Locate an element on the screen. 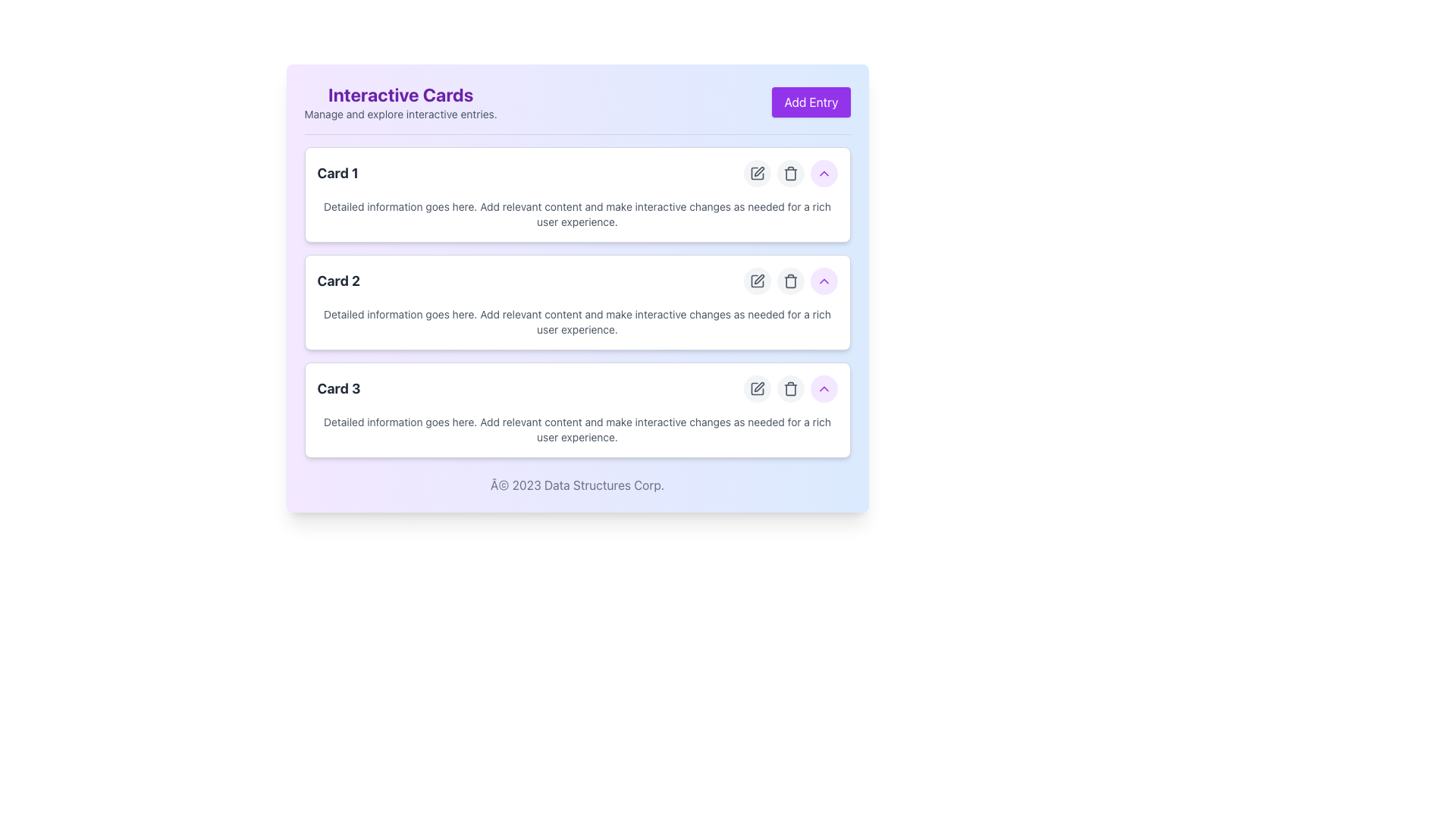 This screenshot has height=819, width=1456. the upward-pointing chevron-shaped icon with a purple hue located in the right corner of the third card is located at coordinates (823, 172).